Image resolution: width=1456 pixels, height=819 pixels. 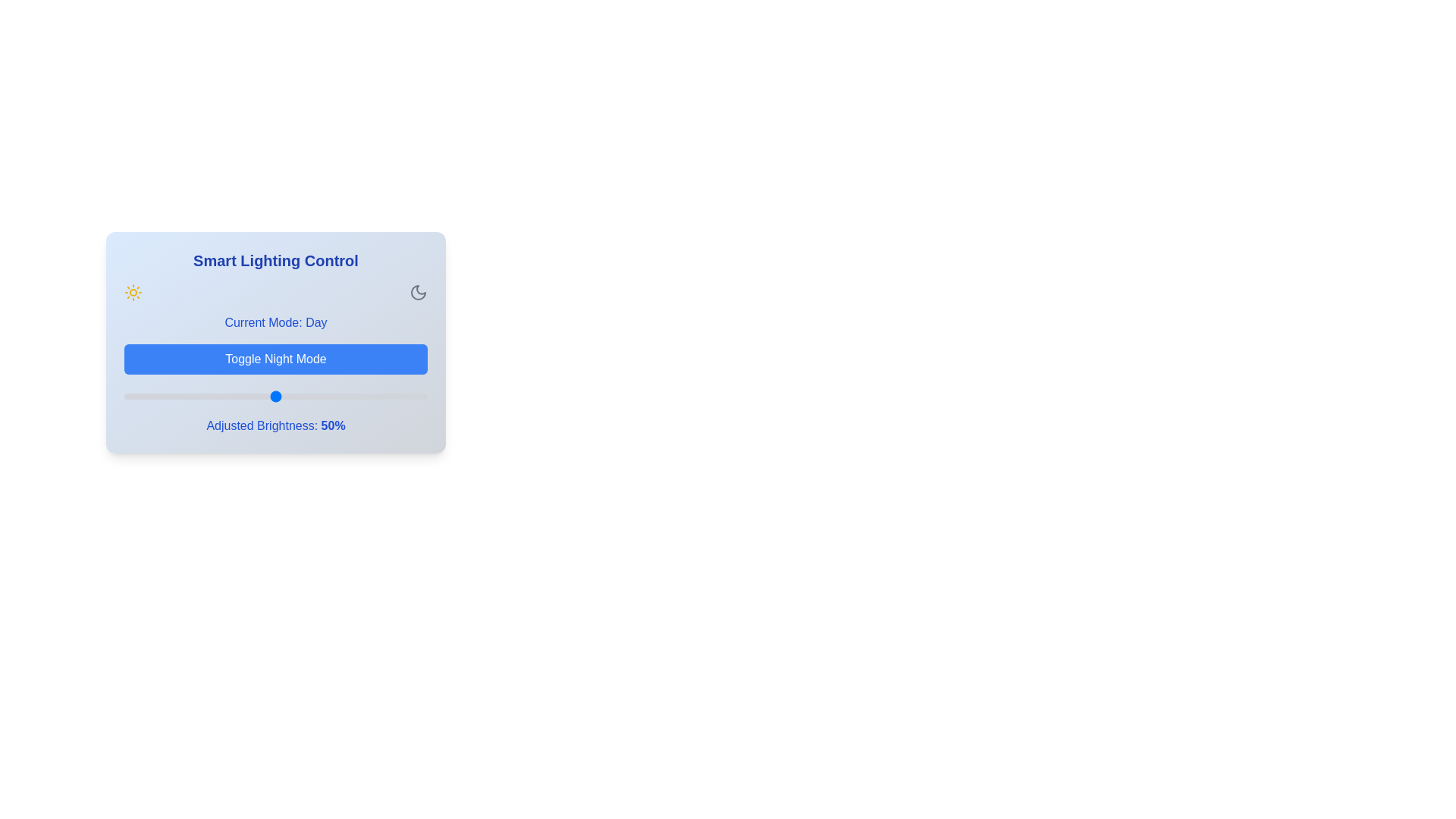 What do you see at coordinates (419, 292) in the screenshot?
I see `the moon-shaped icon with a crescent design, rendered in gray, located in the toolbar to the left of 'Smart Lighting Control'` at bounding box center [419, 292].